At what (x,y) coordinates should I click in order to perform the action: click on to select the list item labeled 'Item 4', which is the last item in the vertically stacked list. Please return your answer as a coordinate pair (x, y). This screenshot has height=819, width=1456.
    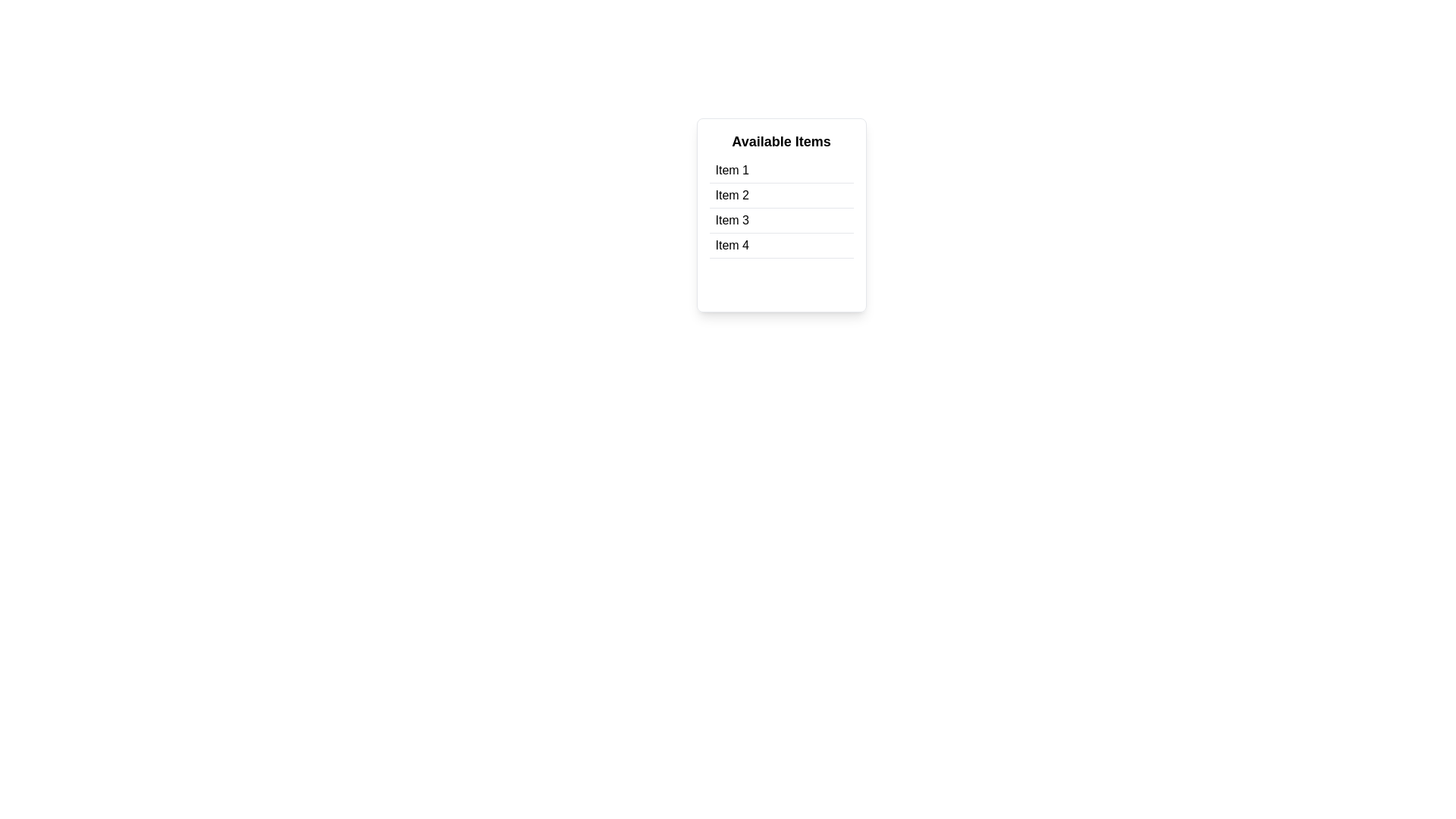
    Looking at the image, I should click on (781, 245).